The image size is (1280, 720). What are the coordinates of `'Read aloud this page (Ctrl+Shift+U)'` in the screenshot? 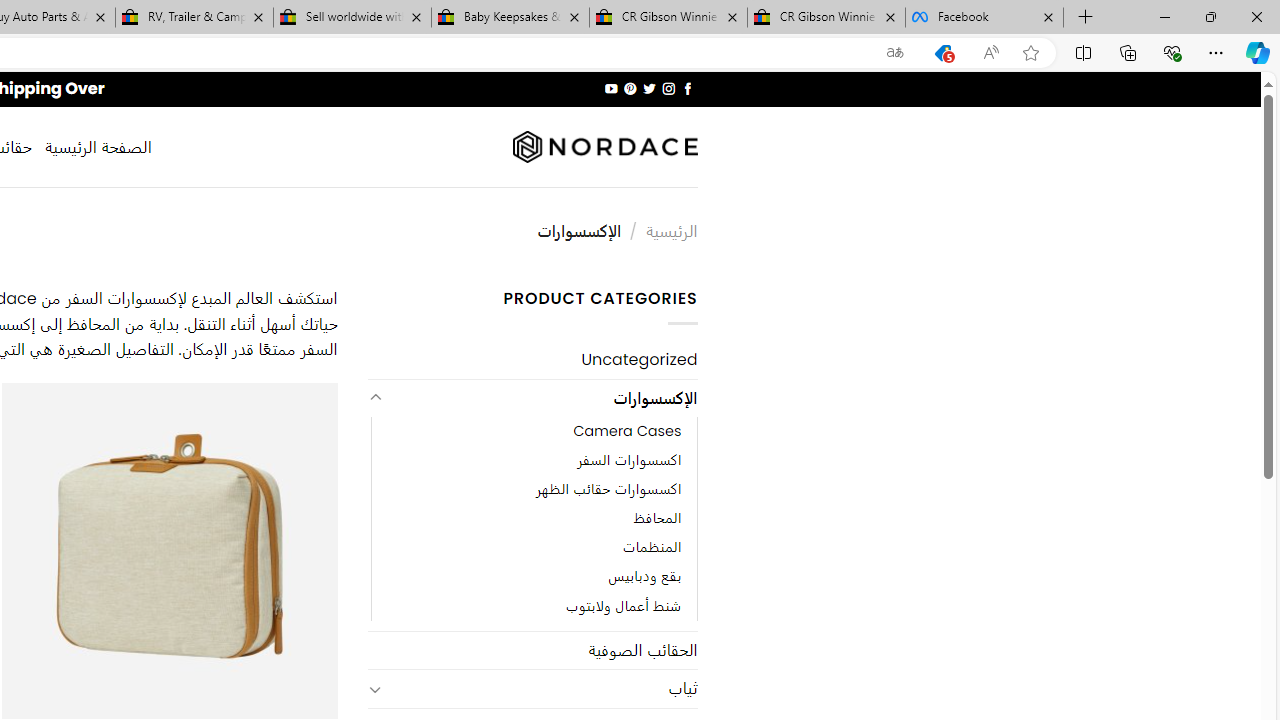 It's located at (991, 52).